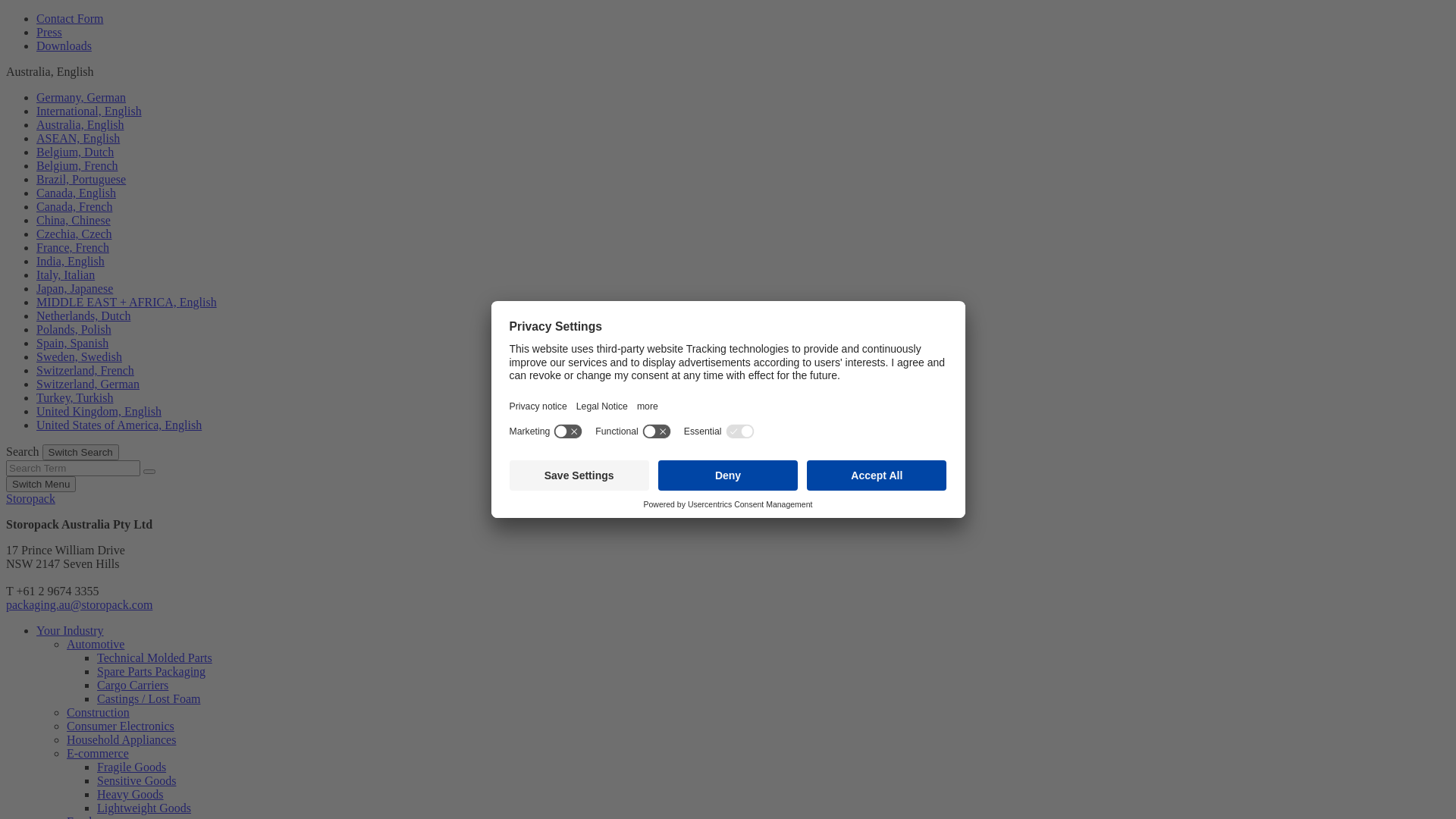  Describe the element at coordinates (73, 234) in the screenshot. I see `'Czechia, Czech'` at that location.